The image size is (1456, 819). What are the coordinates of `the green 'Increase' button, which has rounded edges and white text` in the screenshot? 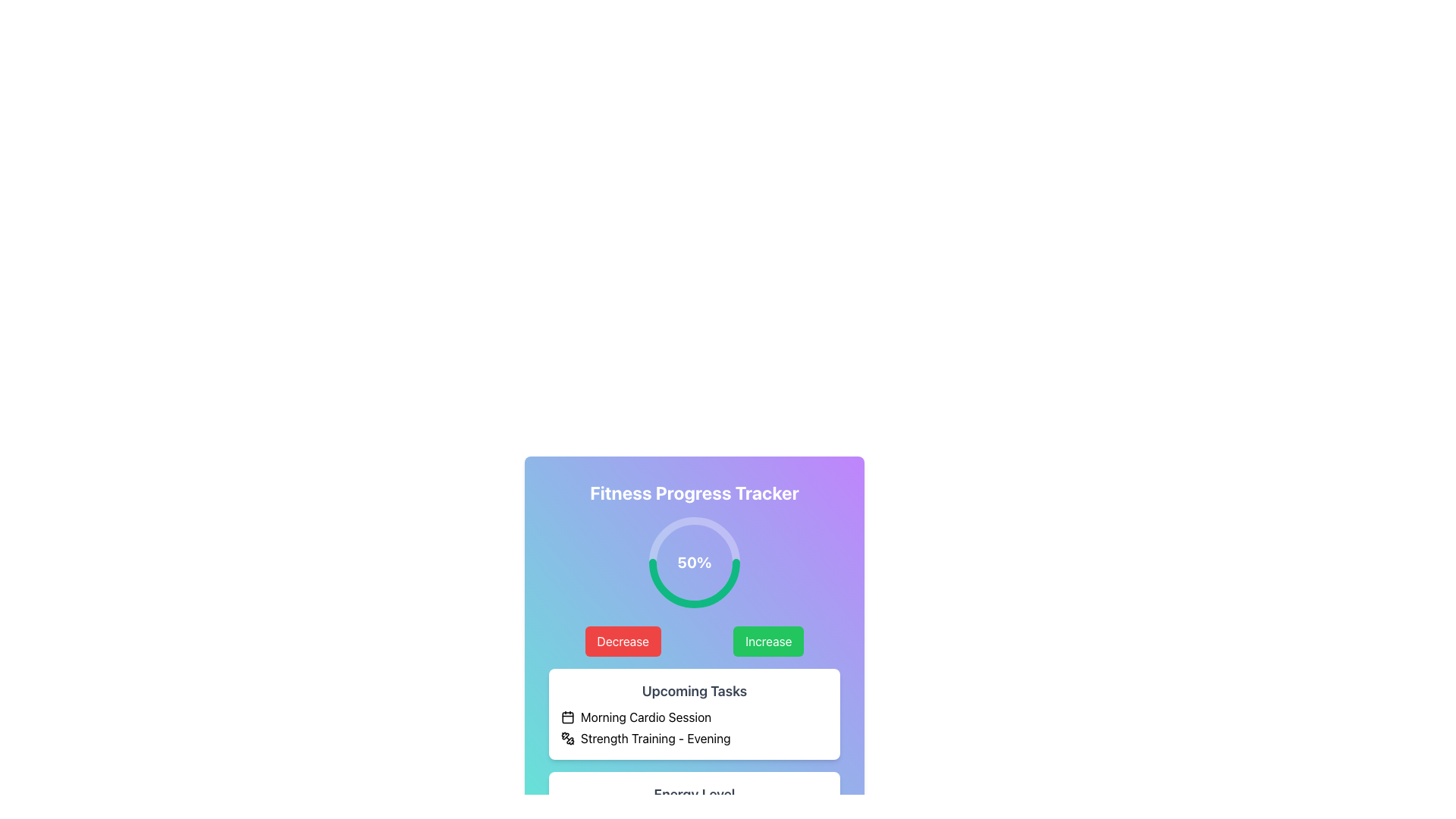 It's located at (768, 641).